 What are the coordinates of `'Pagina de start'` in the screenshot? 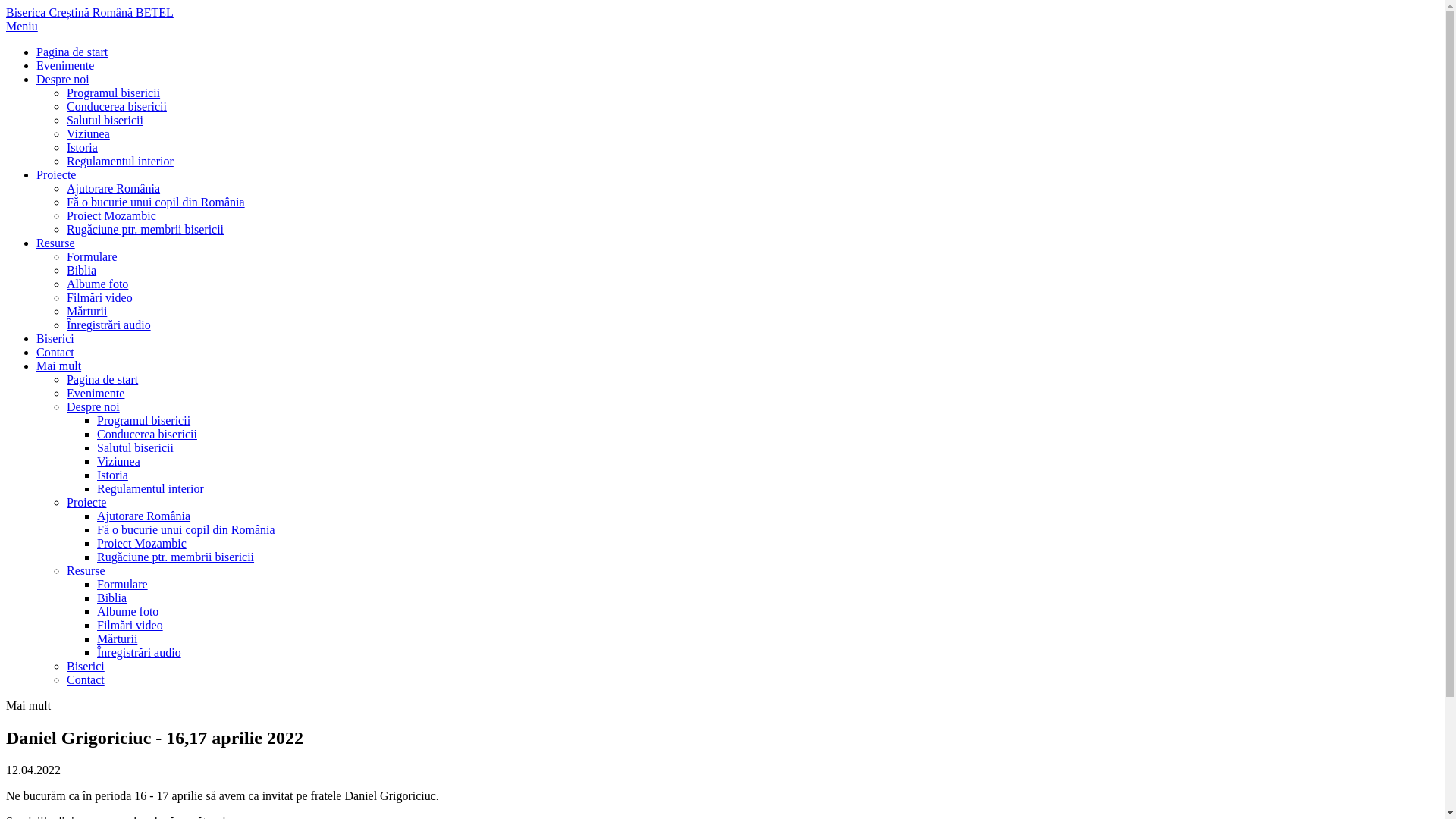 It's located at (101, 378).